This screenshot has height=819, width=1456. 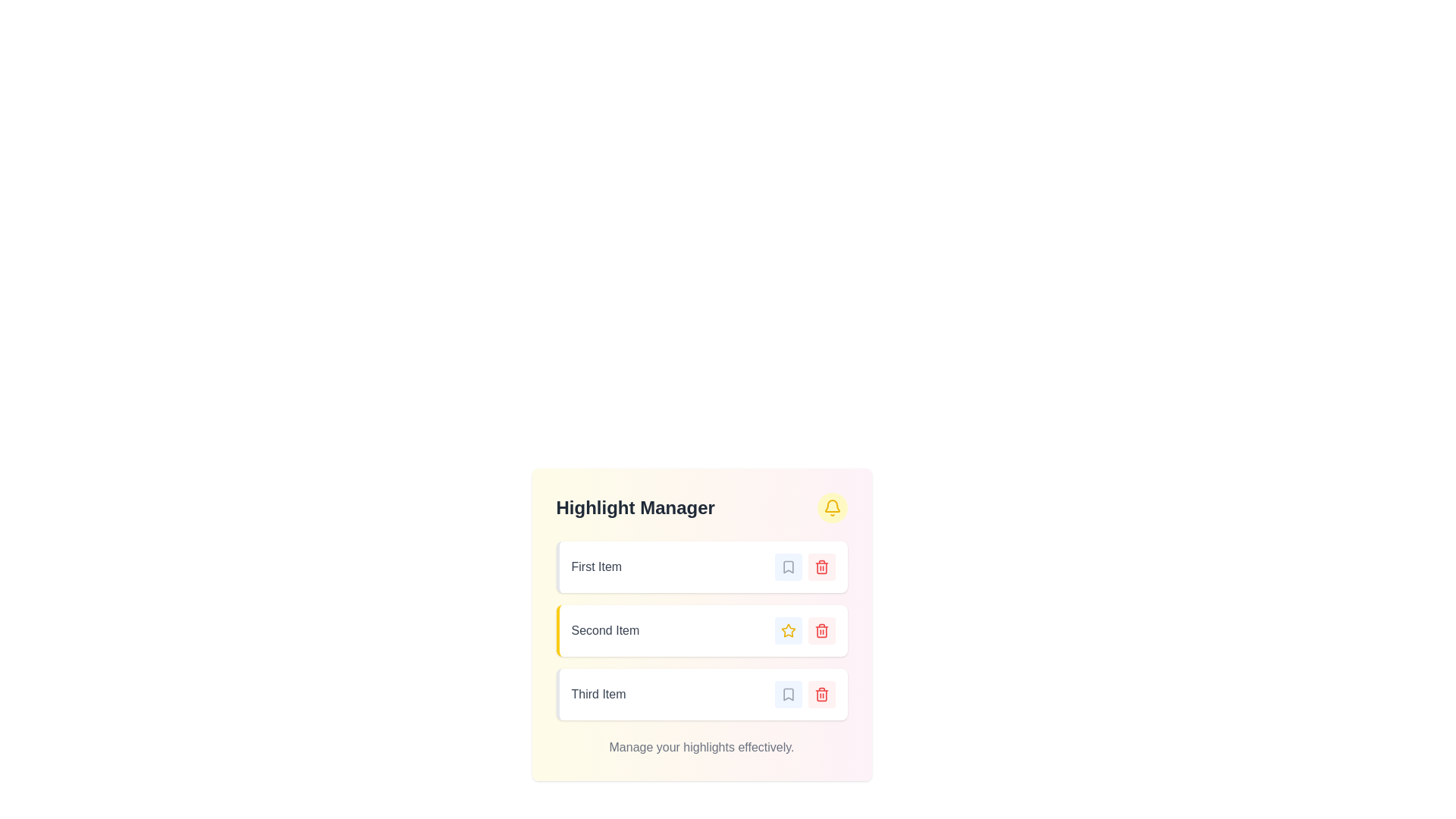 I want to click on the delete icon button located in the third row of the 'Highlight Manager' section, adjacent to the 'Third Item' text label and a bookmark icon, so click(x=821, y=694).